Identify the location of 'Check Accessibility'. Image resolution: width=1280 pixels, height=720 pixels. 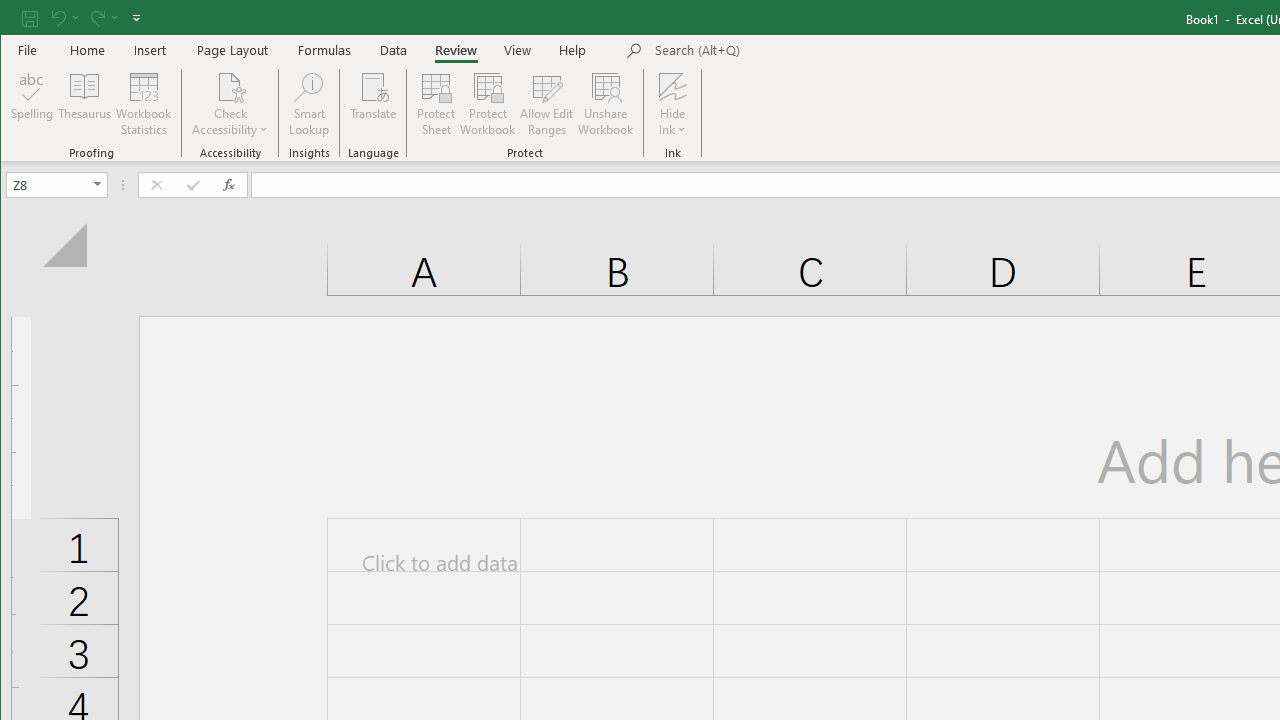
(230, 85).